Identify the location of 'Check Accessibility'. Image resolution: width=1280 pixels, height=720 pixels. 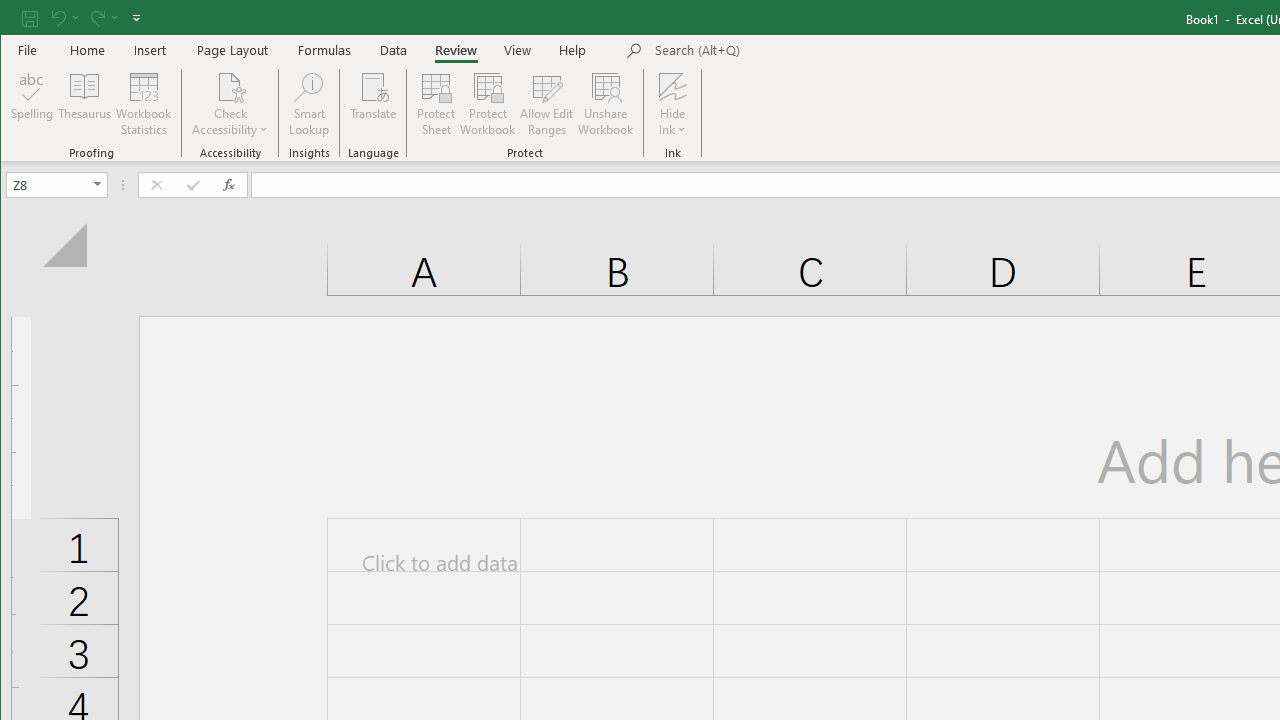
(230, 85).